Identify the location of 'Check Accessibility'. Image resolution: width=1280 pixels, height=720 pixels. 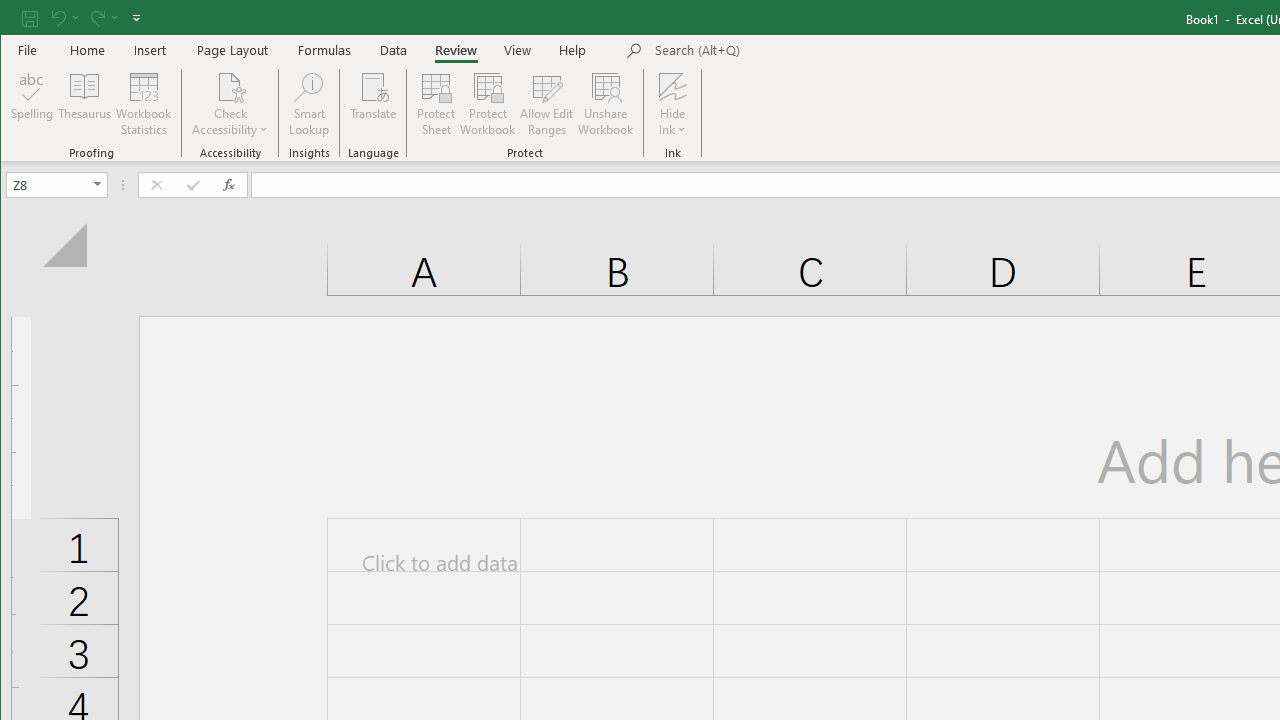
(230, 85).